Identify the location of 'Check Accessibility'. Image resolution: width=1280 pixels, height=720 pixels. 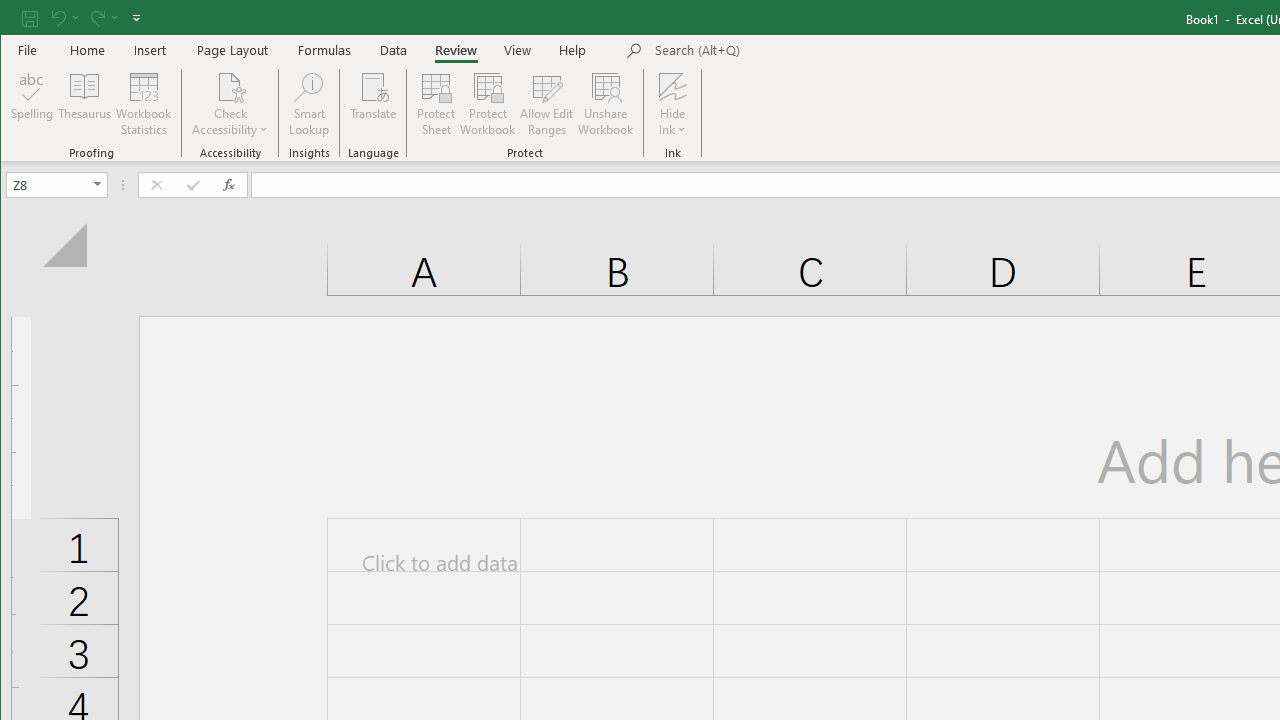
(230, 85).